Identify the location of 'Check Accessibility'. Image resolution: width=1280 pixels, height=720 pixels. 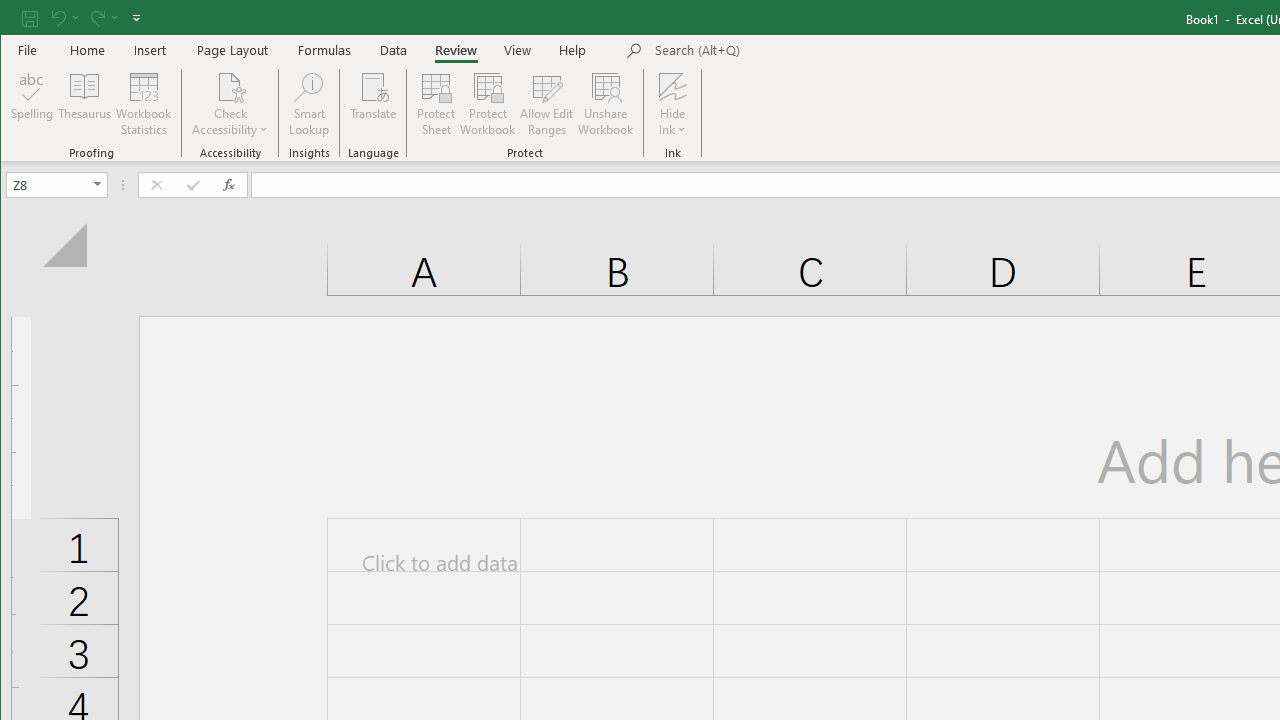
(230, 85).